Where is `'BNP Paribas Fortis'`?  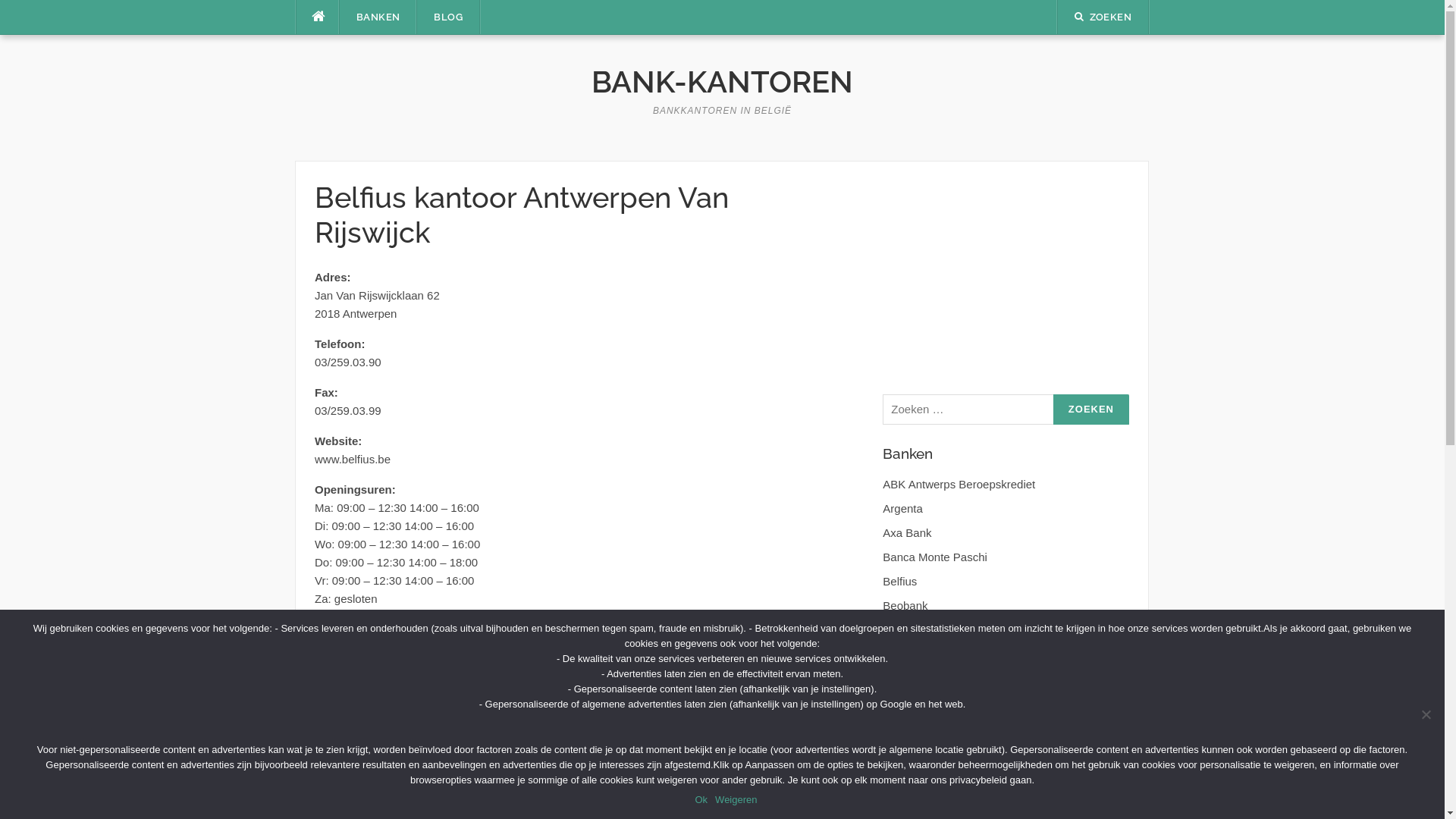
'BNP Paribas Fortis' is located at coordinates (930, 653).